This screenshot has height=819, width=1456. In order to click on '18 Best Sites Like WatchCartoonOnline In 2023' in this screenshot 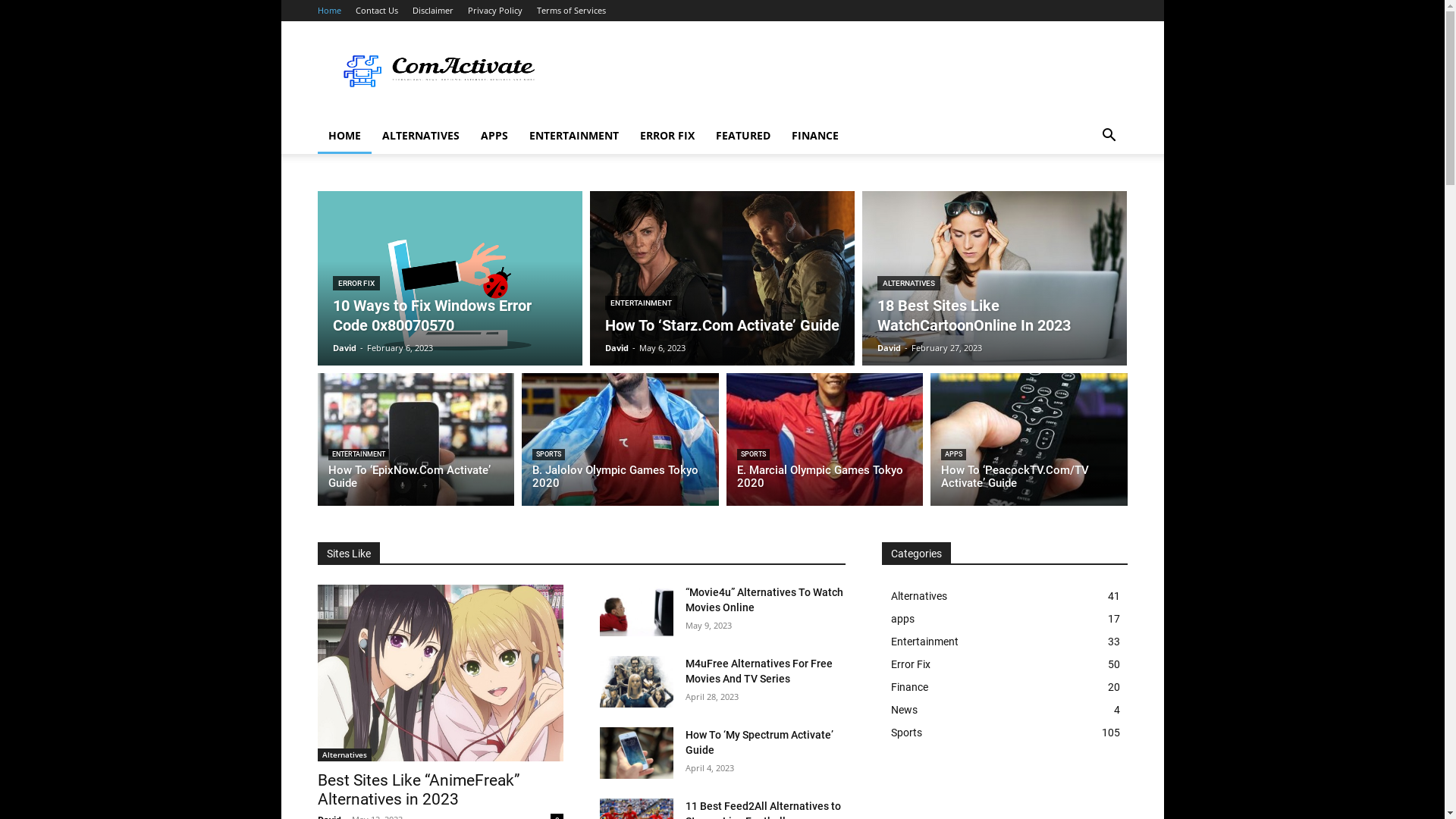, I will do `click(974, 315)`.